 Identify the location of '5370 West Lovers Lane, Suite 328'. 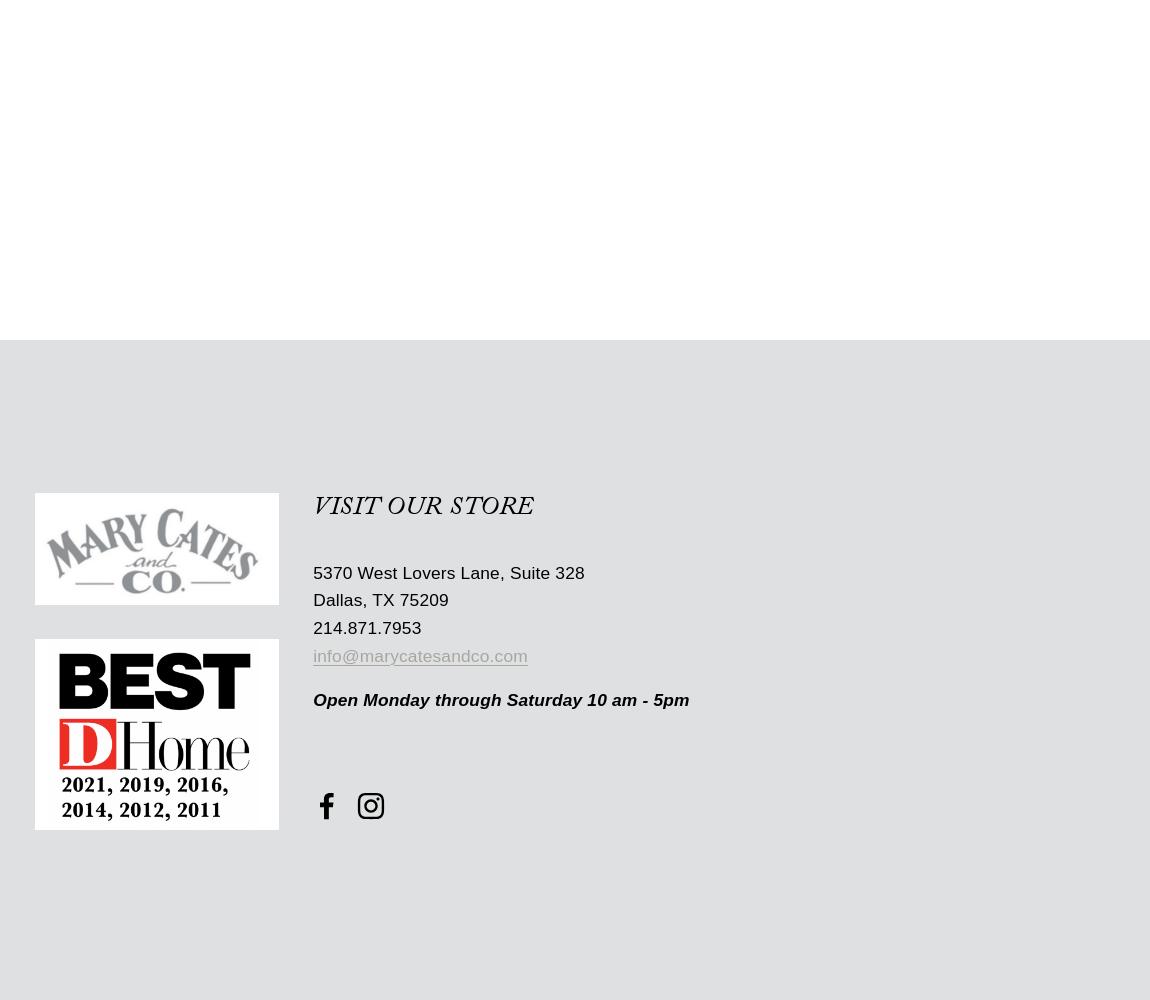
(448, 571).